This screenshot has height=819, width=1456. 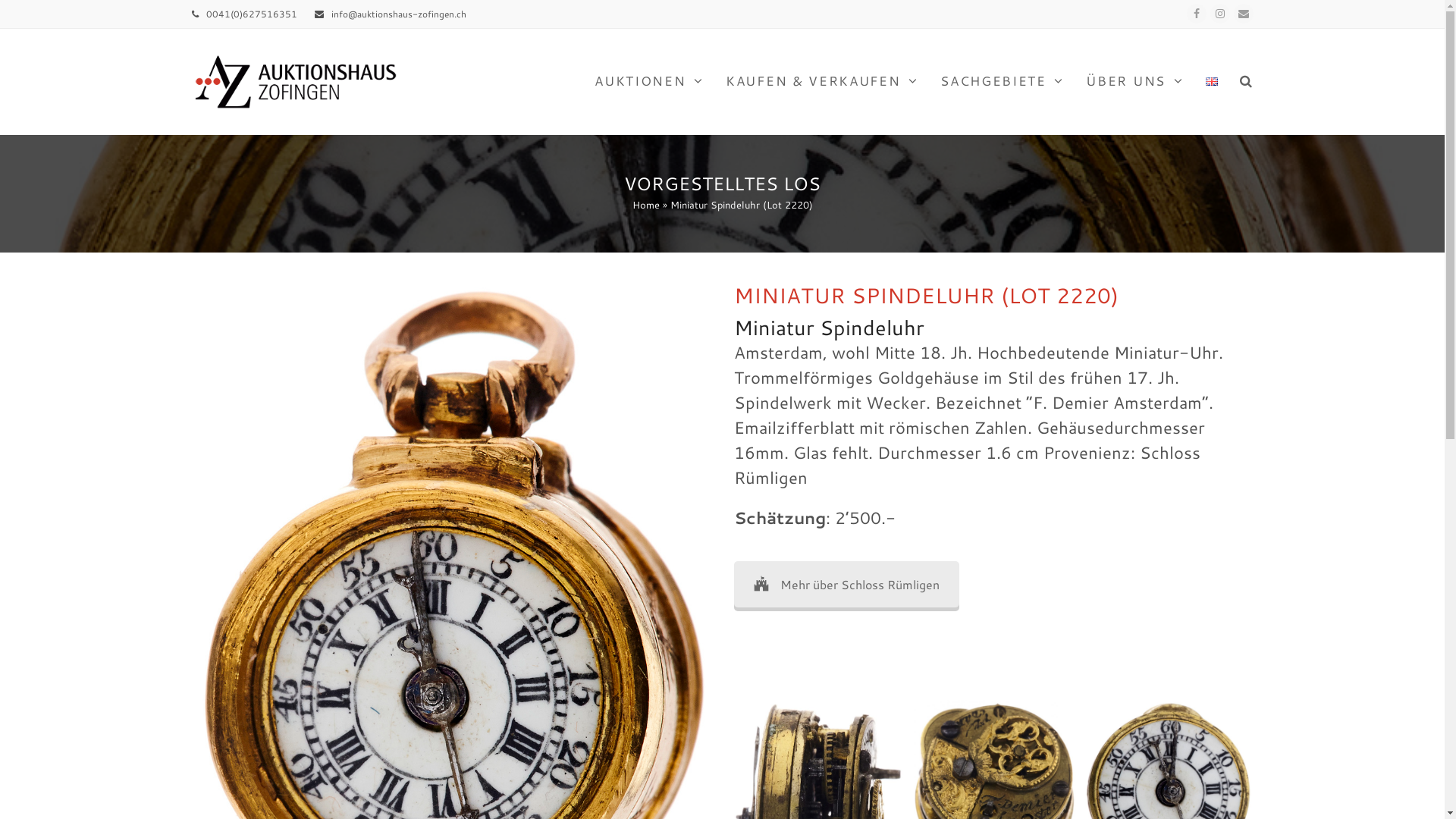 I want to click on 'KAUFEN & VERKAUFEN', so click(x=821, y=82).